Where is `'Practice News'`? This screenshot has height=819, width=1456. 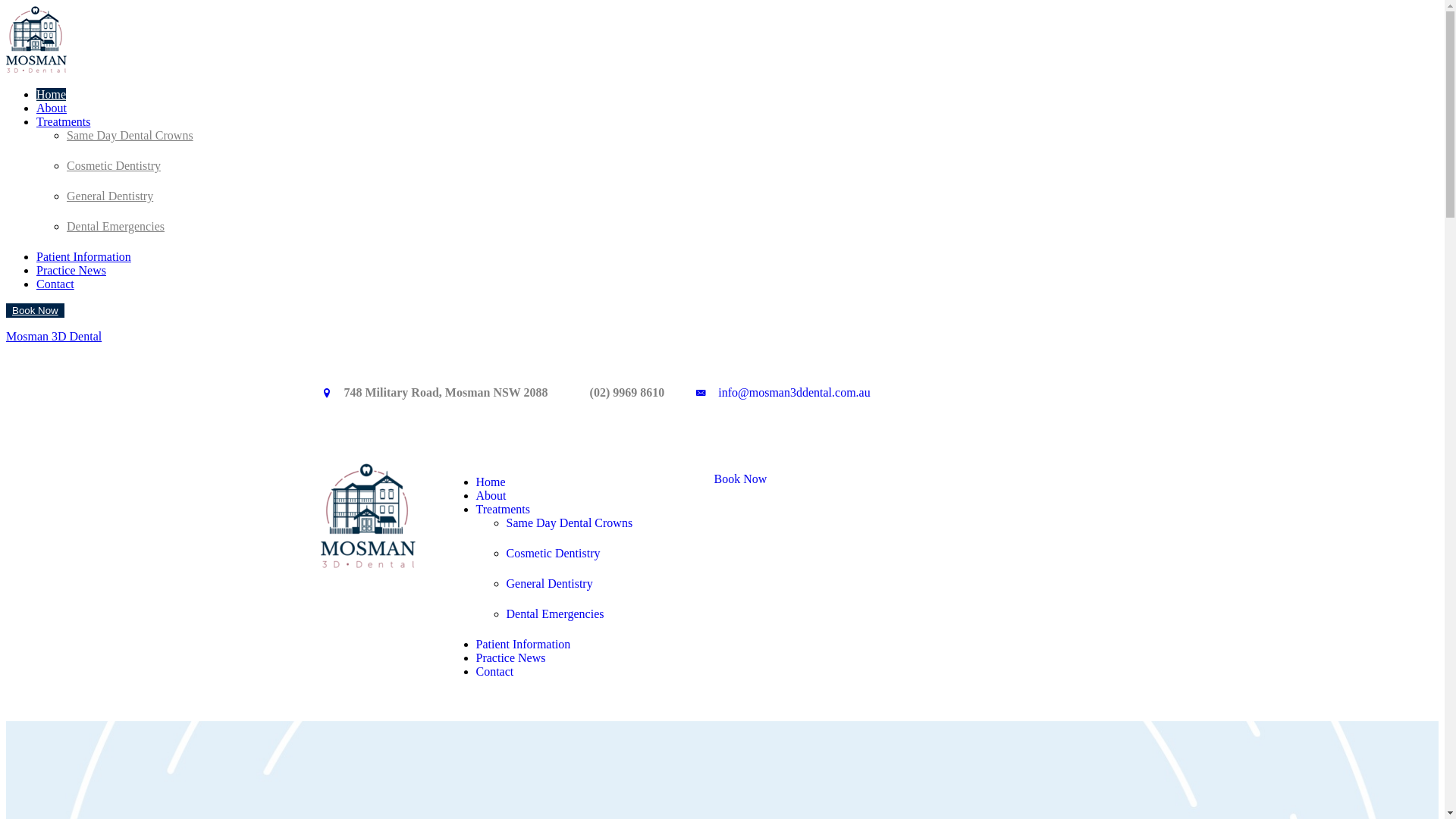 'Practice News' is located at coordinates (510, 657).